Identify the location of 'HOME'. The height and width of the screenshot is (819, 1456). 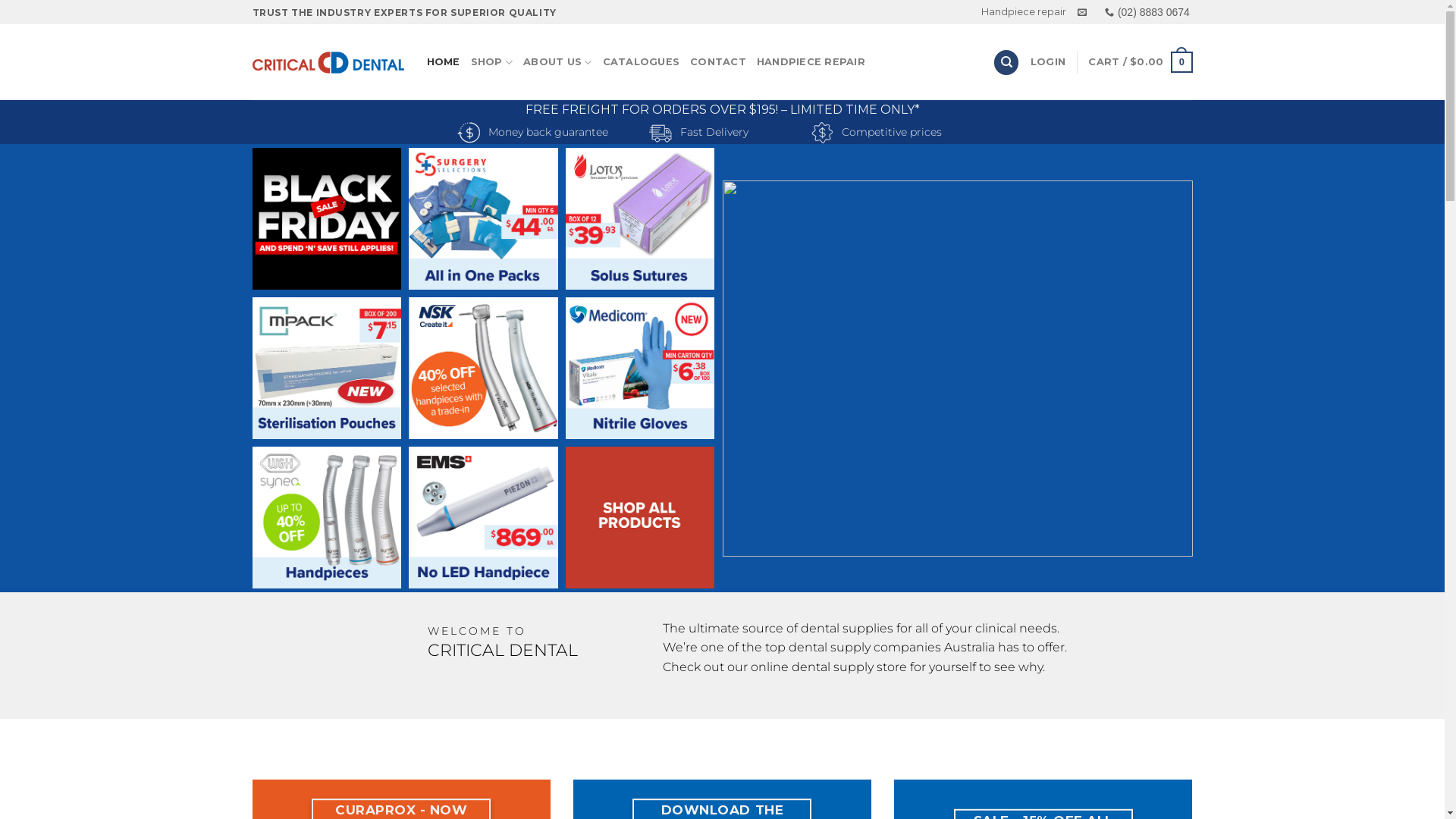
(442, 61).